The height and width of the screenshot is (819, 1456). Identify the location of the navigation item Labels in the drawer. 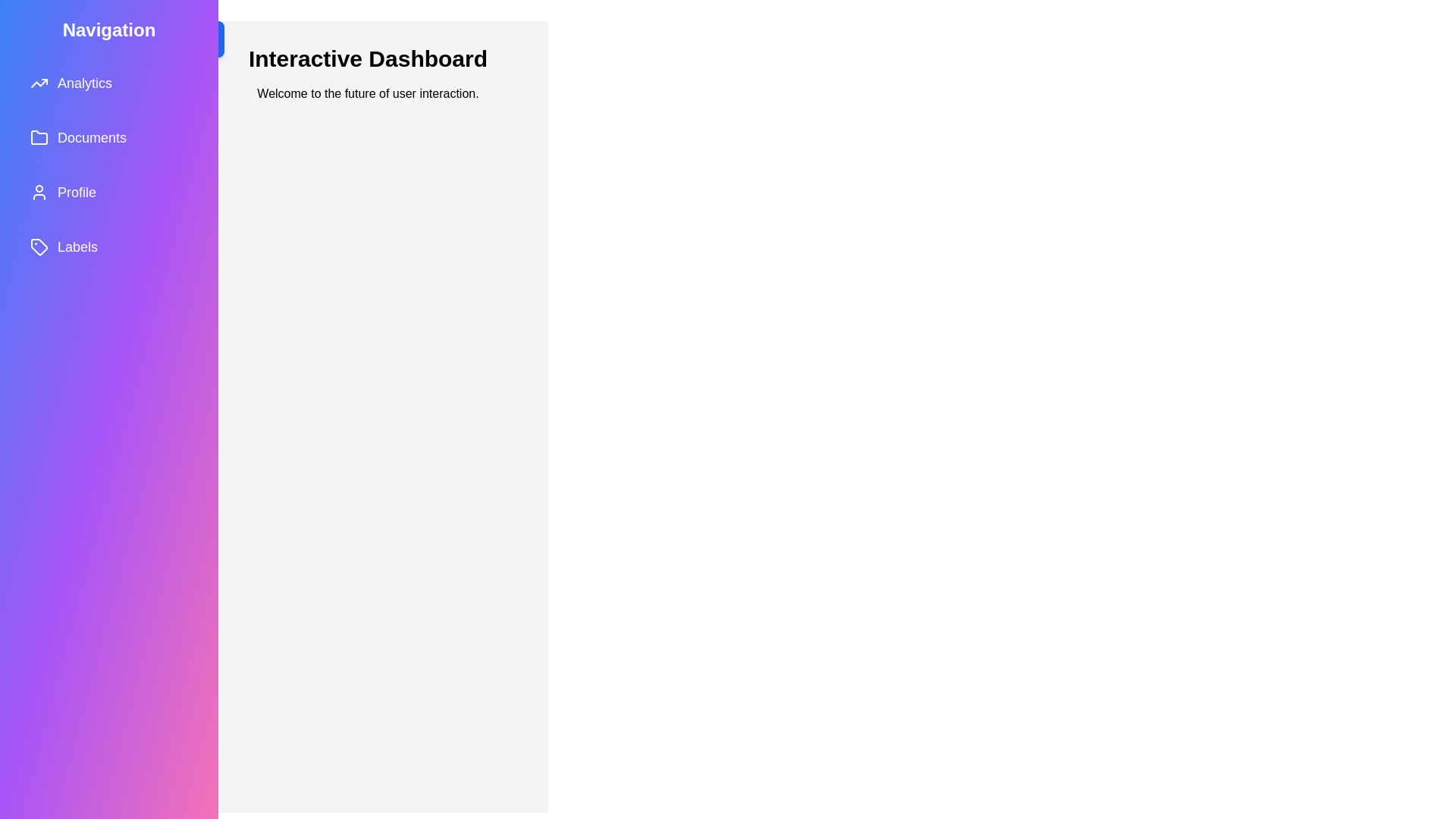
(108, 246).